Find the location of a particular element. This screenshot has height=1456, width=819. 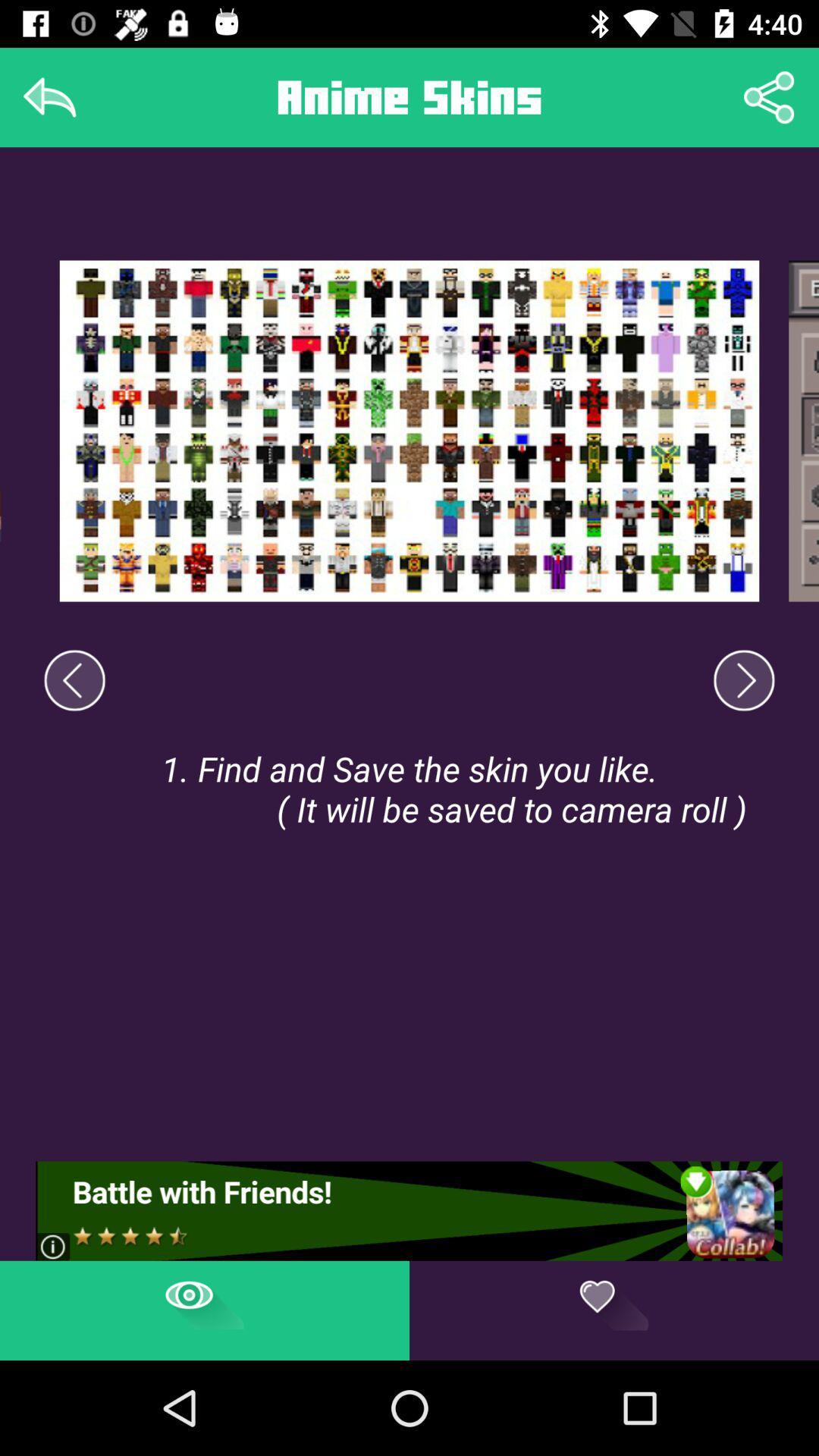

the arrow_forward icon is located at coordinates (743, 679).